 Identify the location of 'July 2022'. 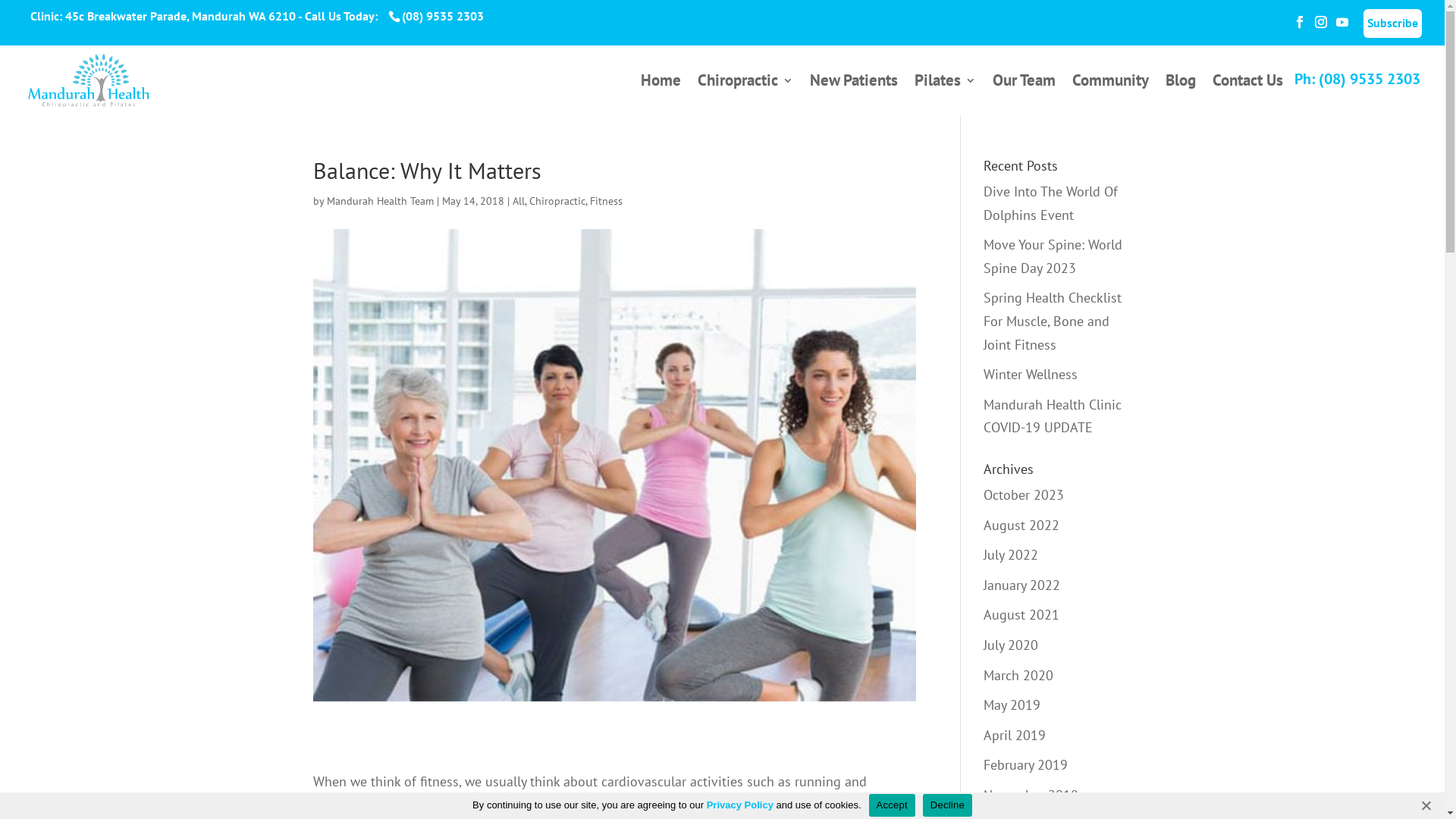
(983, 554).